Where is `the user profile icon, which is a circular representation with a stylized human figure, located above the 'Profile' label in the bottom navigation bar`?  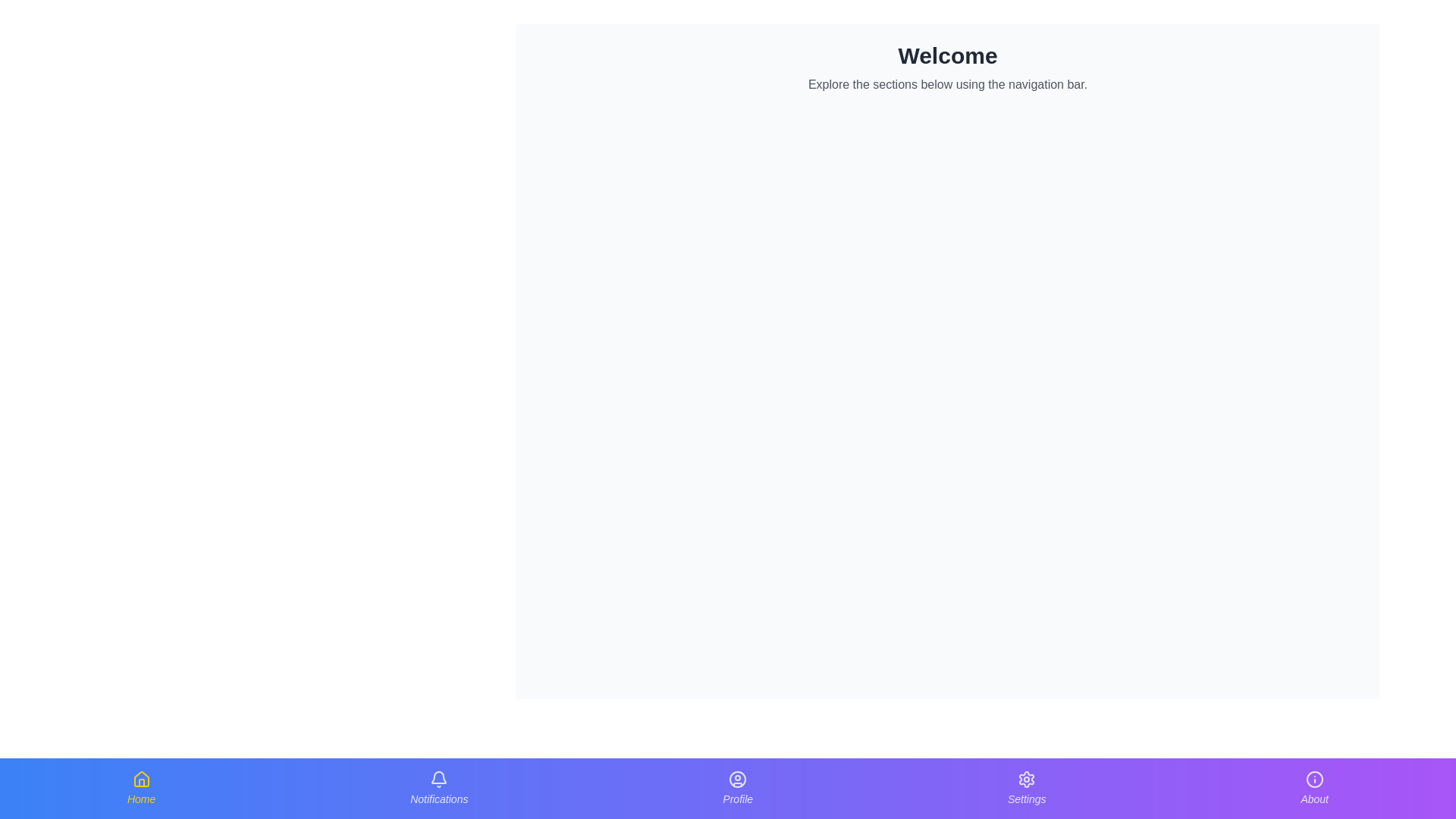 the user profile icon, which is a circular representation with a stylized human figure, located above the 'Profile' label in the bottom navigation bar is located at coordinates (738, 780).